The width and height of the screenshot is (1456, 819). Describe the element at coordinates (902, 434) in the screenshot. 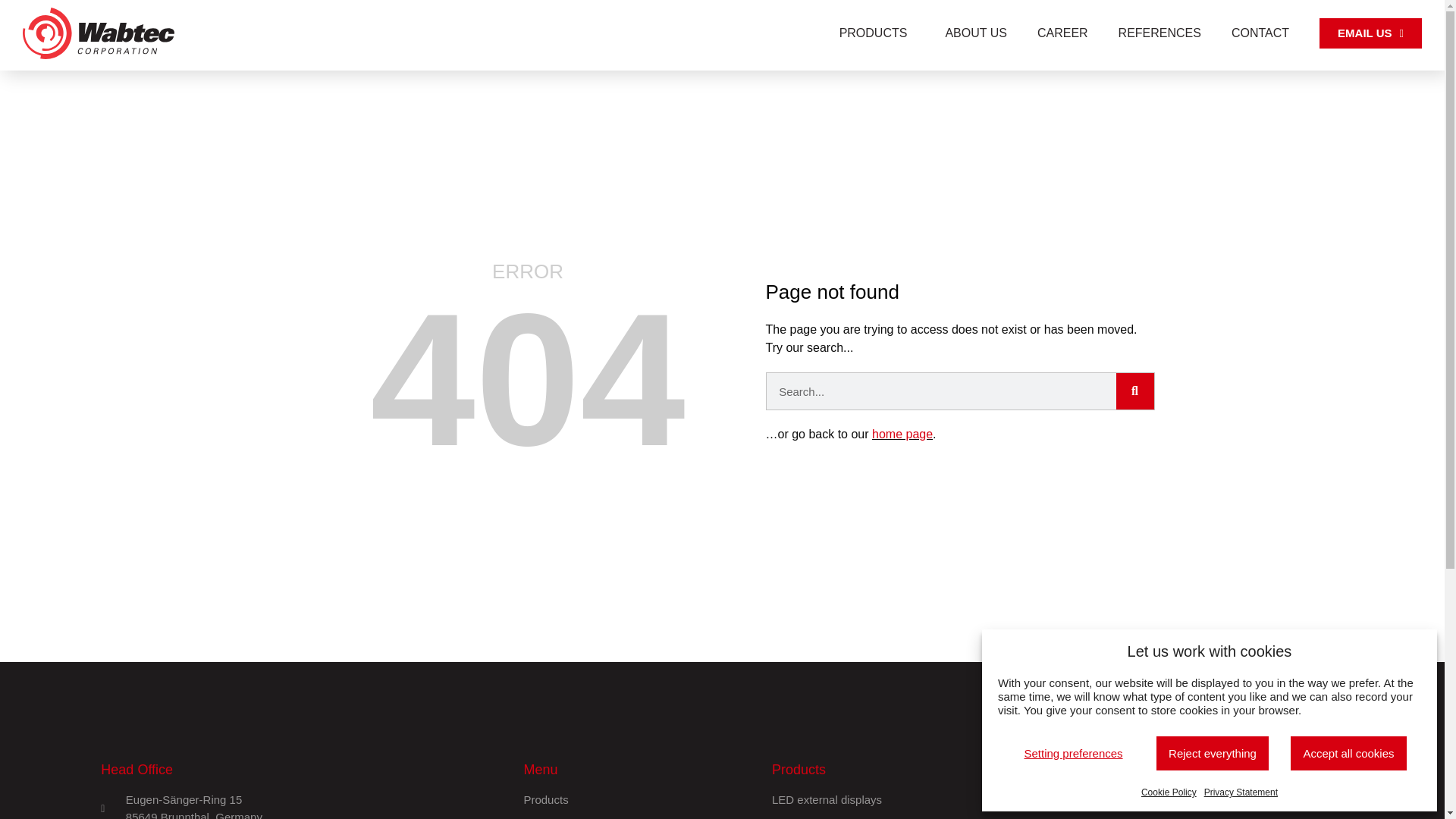

I see `'home page'` at that location.